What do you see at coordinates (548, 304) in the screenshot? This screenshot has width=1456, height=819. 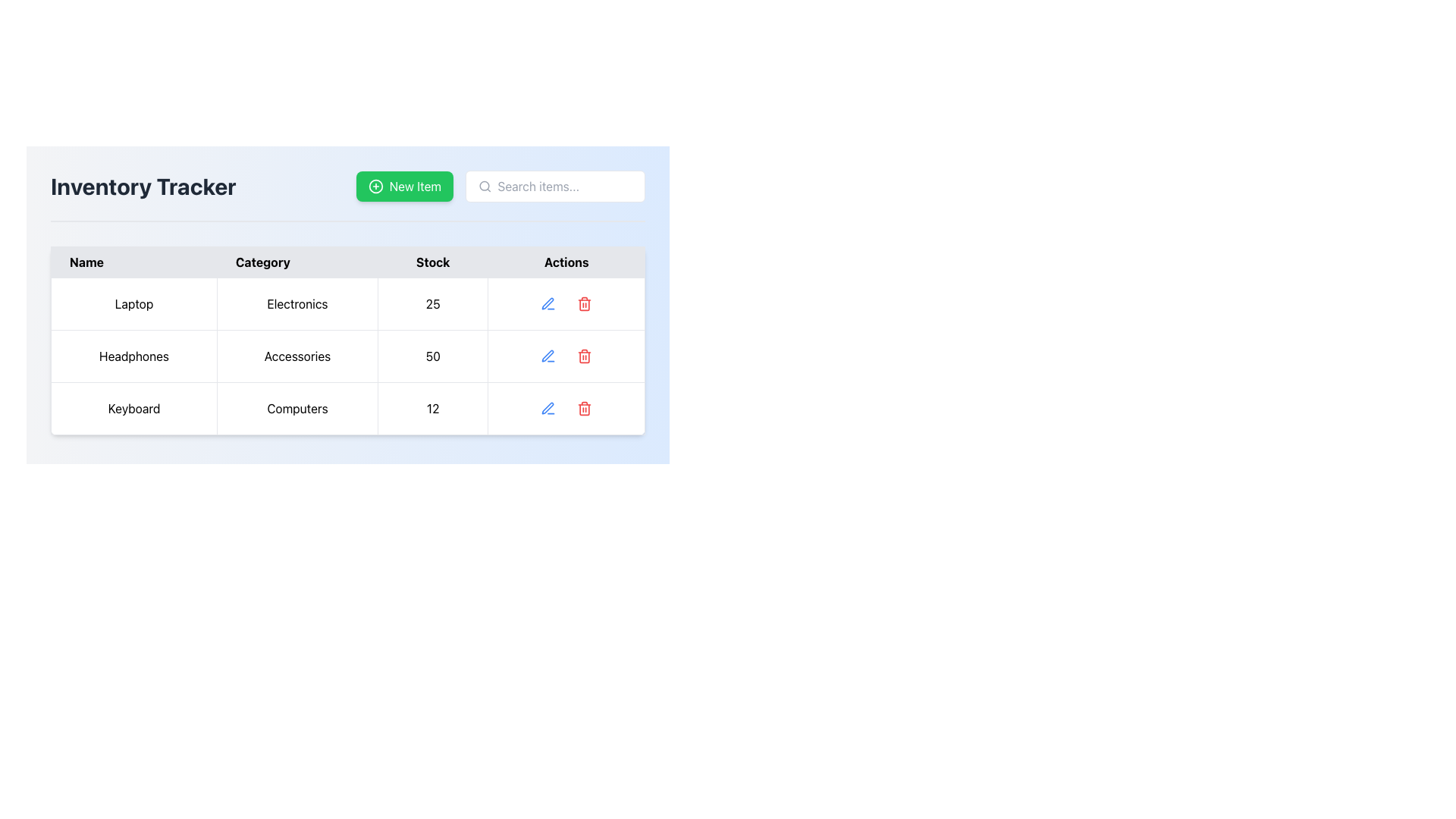 I see `the edit button icon located in the 'Actions' column of the first row of the table` at bounding box center [548, 304].